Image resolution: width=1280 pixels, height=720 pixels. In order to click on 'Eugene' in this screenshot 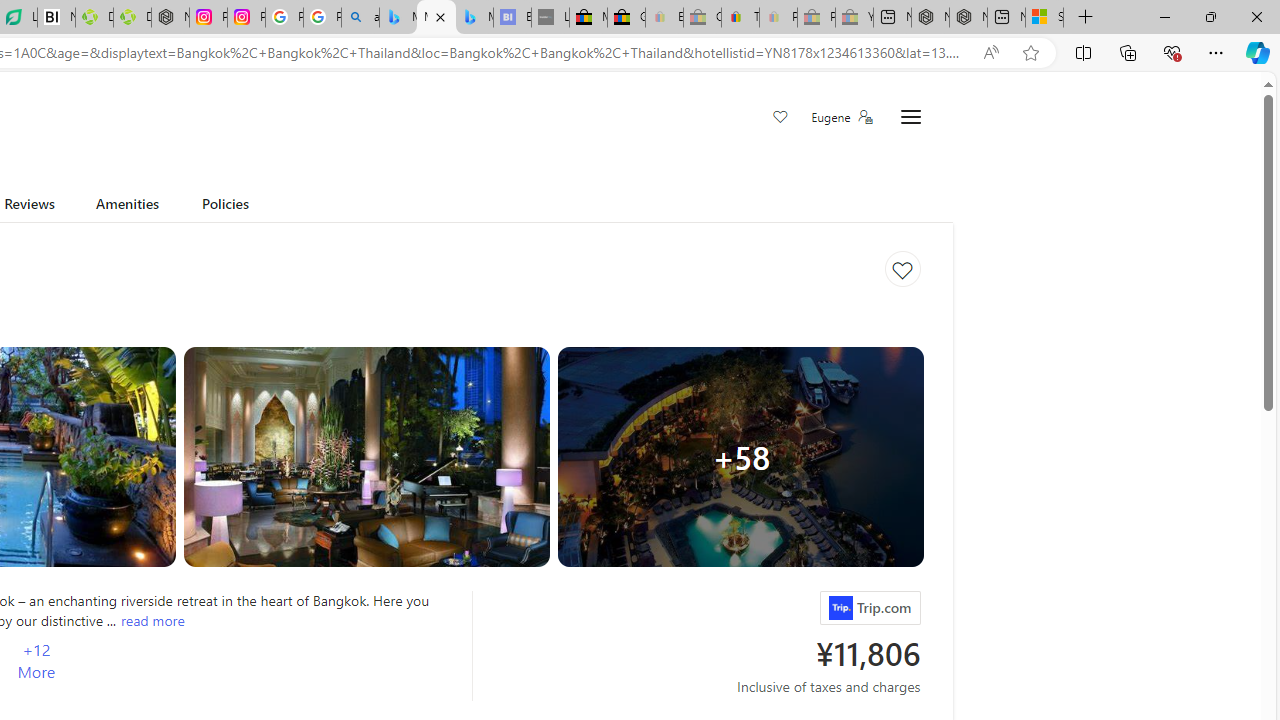, I will do `click(841, 117)`.